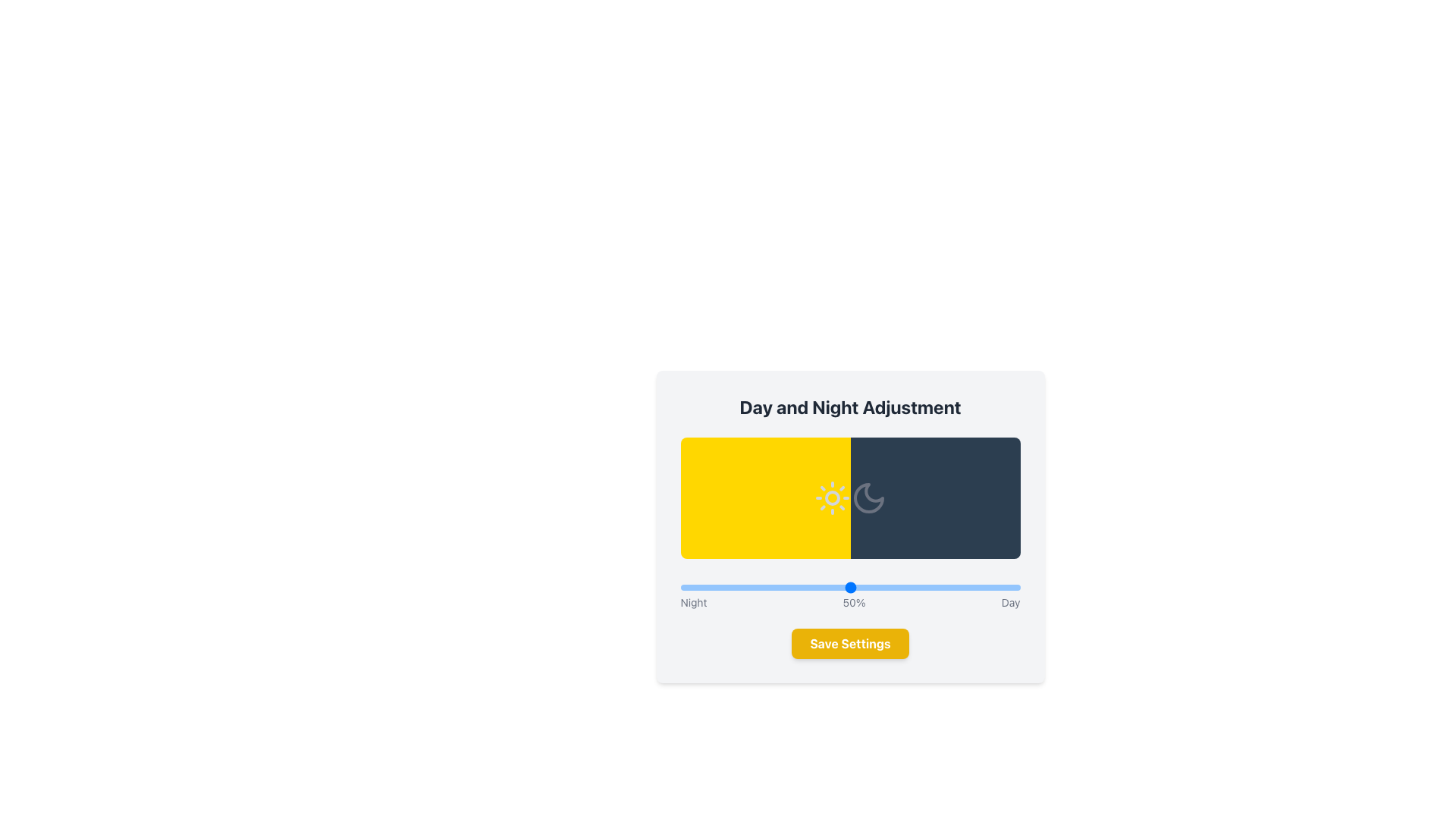 This screenshot has width=1456, height=819. What do you see at coordinates (792, 587) in the screenshot?
I see `the day-night adjustment` at bounding box center [792, 587].